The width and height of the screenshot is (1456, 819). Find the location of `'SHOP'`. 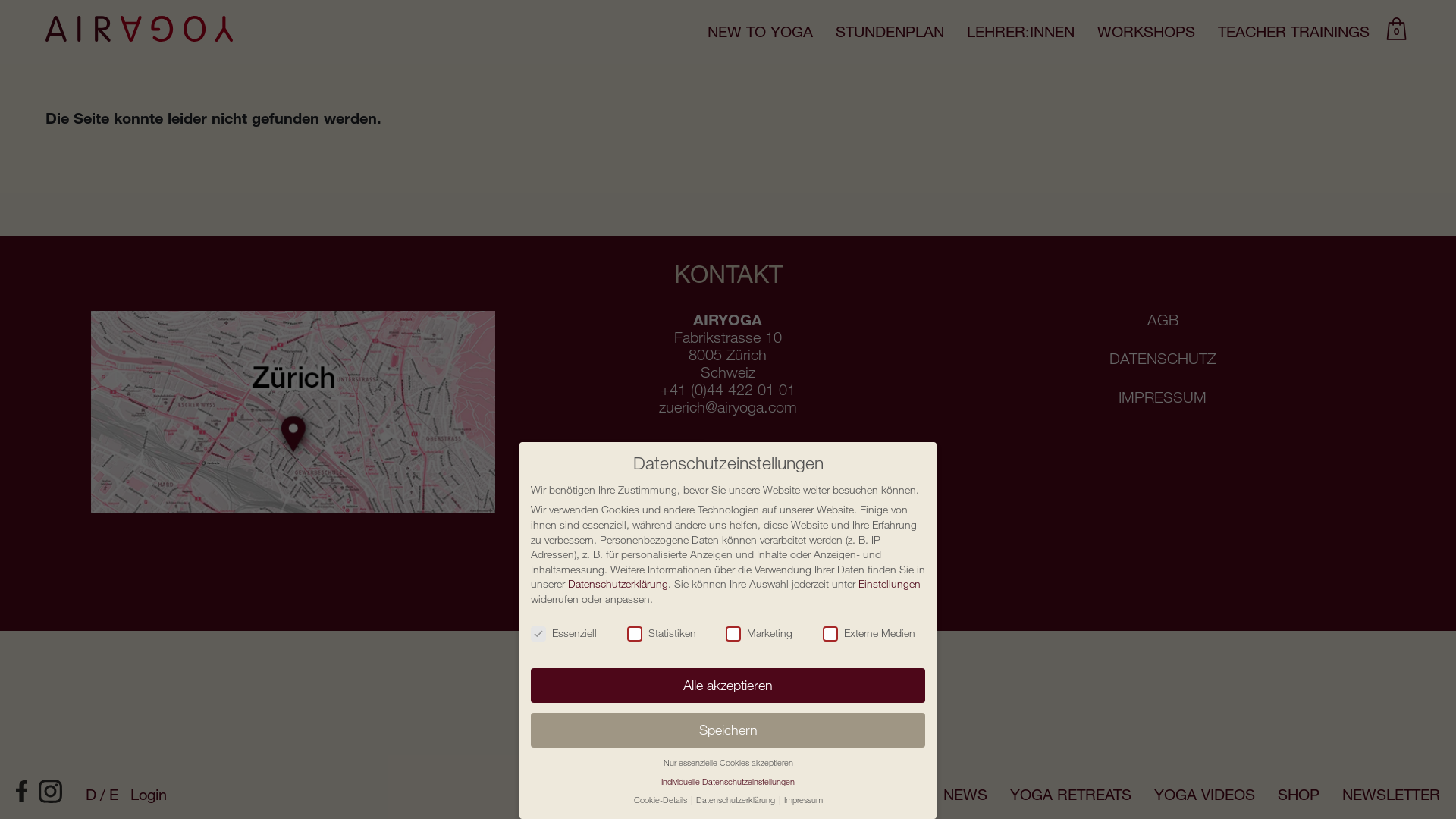

'SHOP' is located at coordinates (1276, 793).